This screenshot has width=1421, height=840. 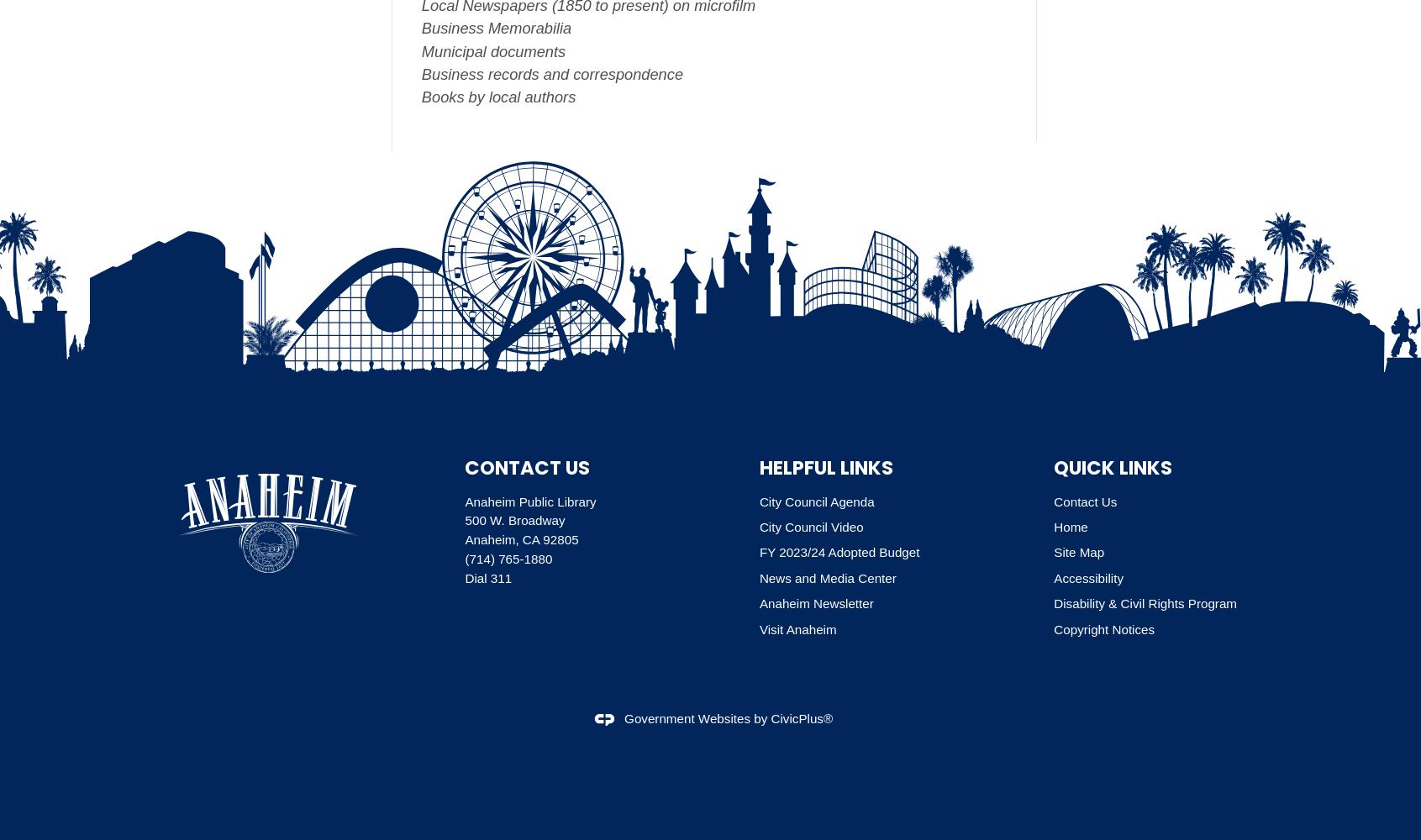 What do you see at coordinates (1053, 602) in the screenshot?
I see `'Disability & Civil Rights Program'` at bounding box center [1053, 602].